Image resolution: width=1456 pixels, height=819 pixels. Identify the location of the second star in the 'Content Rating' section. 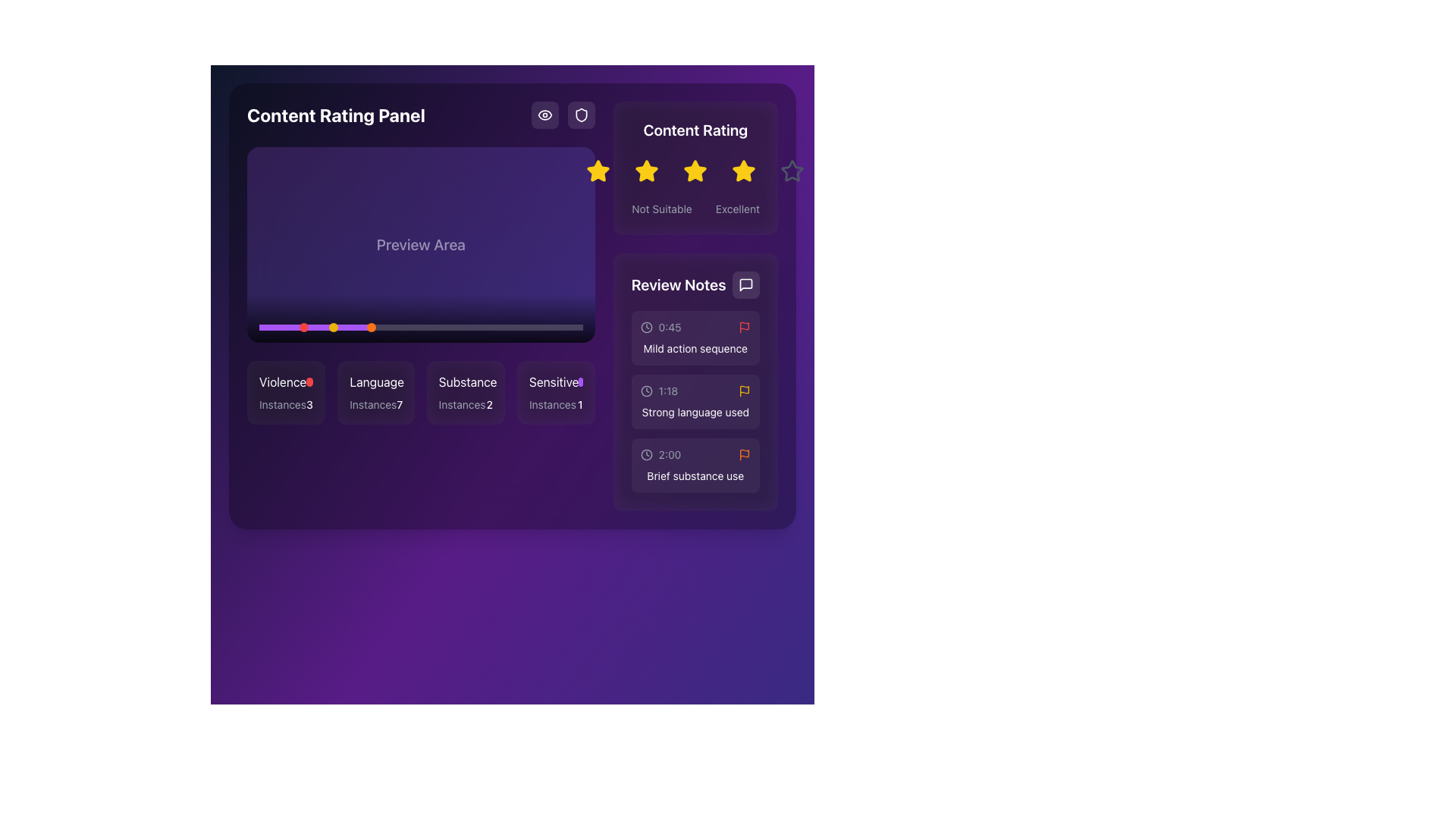
(695, 171).